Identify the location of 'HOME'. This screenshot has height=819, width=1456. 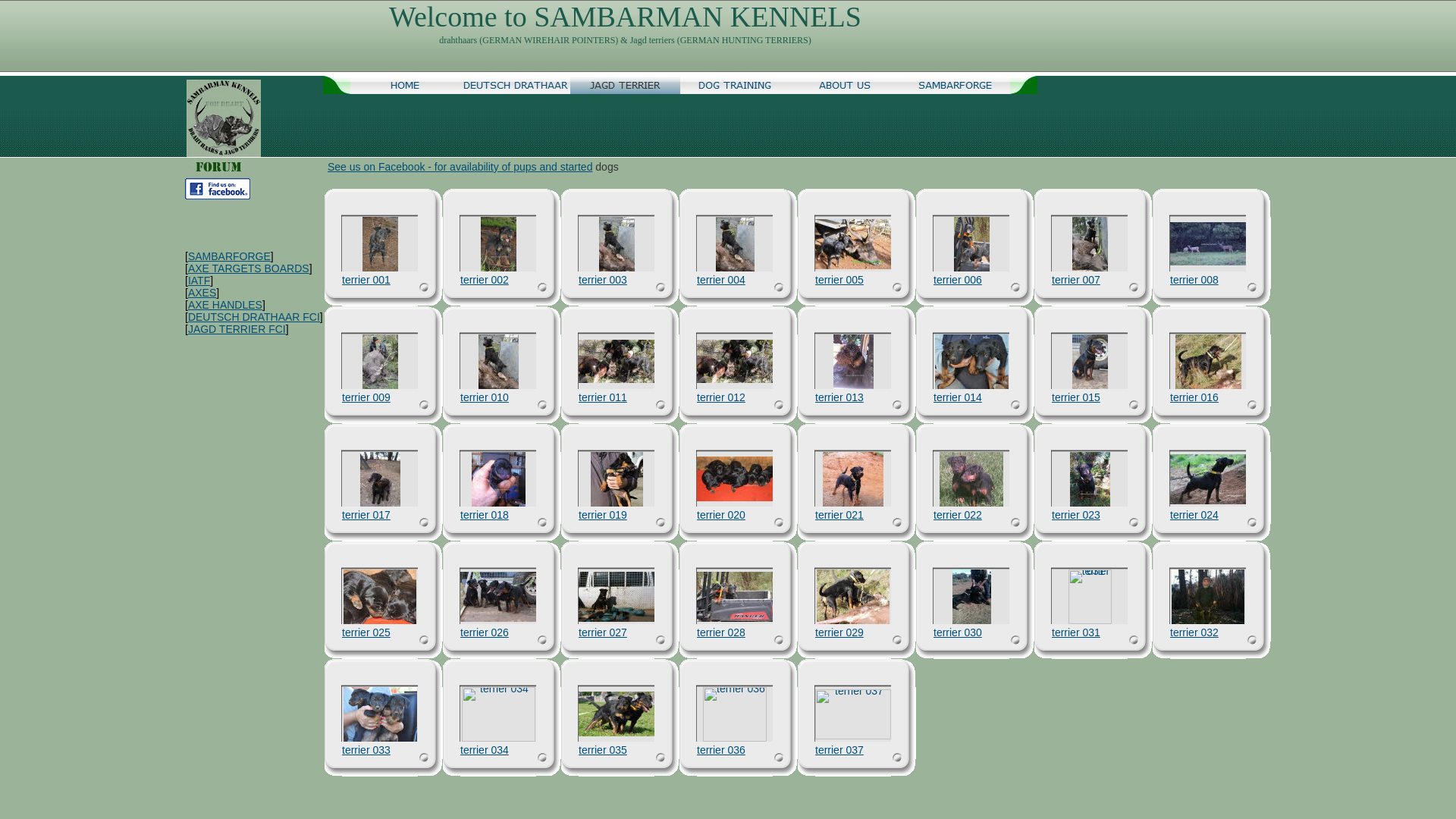
(405, 84).